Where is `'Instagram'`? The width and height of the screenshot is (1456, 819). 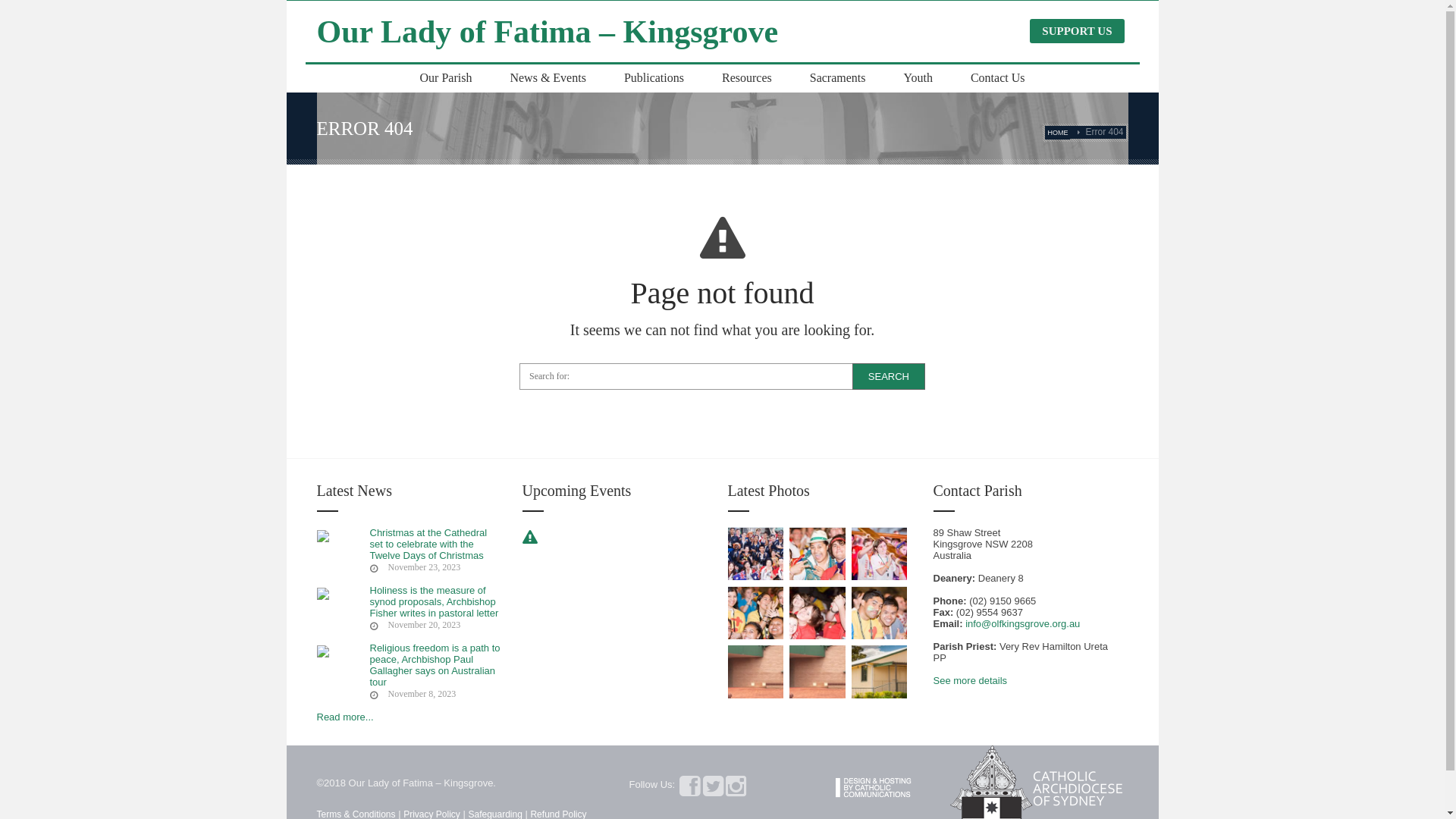 'Instagram' is located at coordinates (736, 789).